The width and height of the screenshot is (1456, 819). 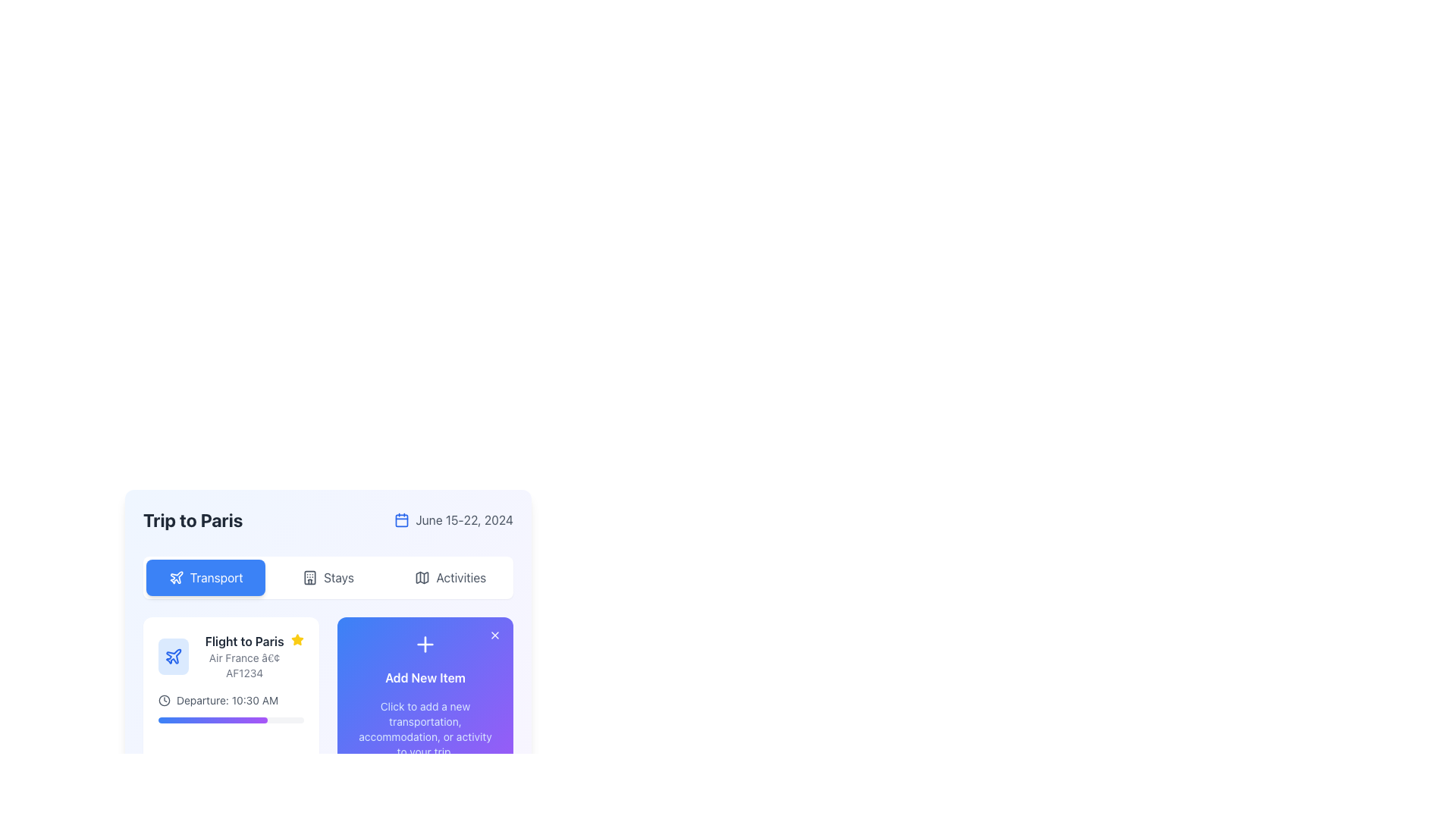 I want to click on the 'Activities' button by clicking the icon that visually represents the planning or exploring map-related activities, so click(x=422, y=578).